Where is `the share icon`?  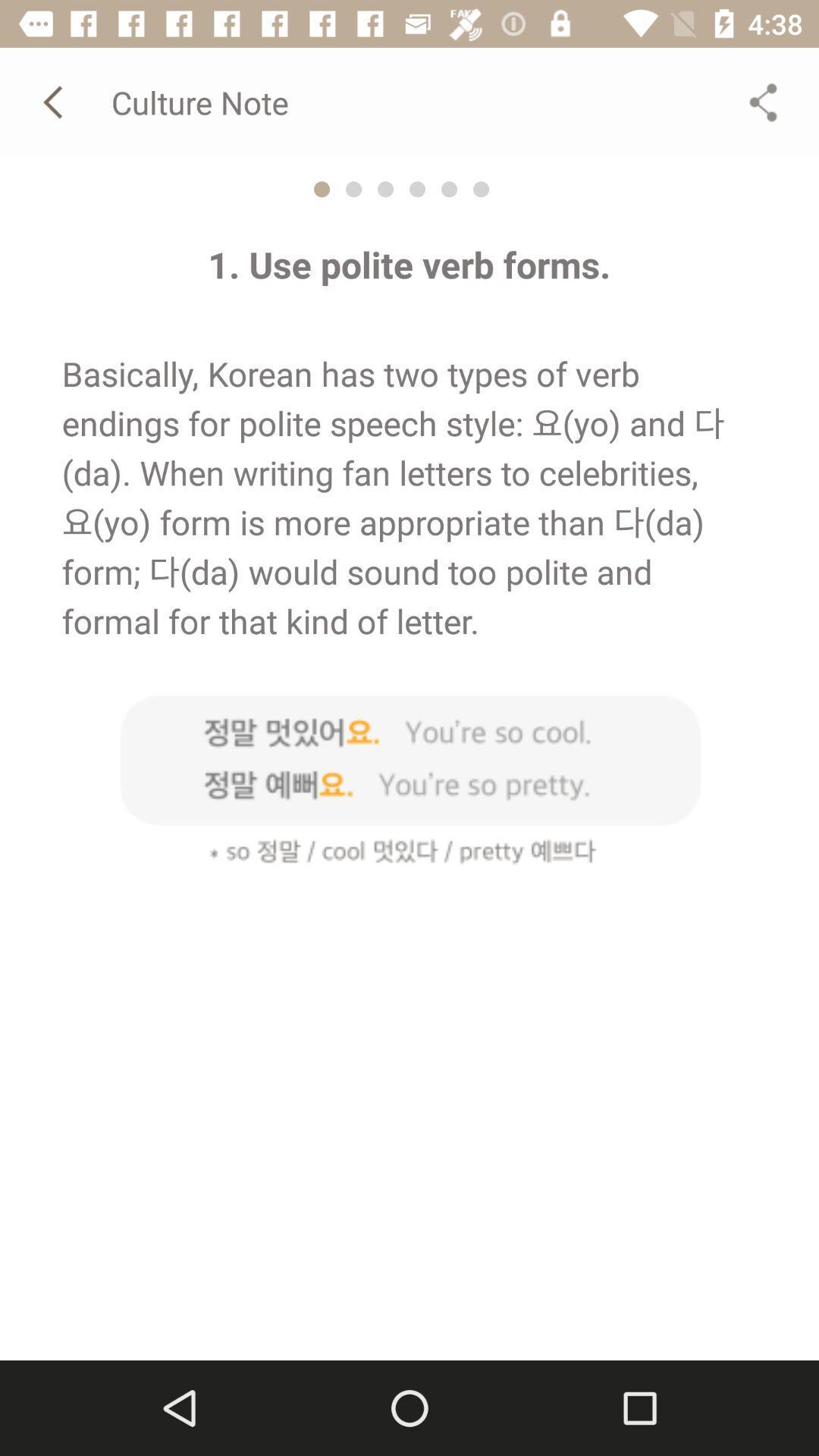 the share icon is located at coordinates (763, 101).